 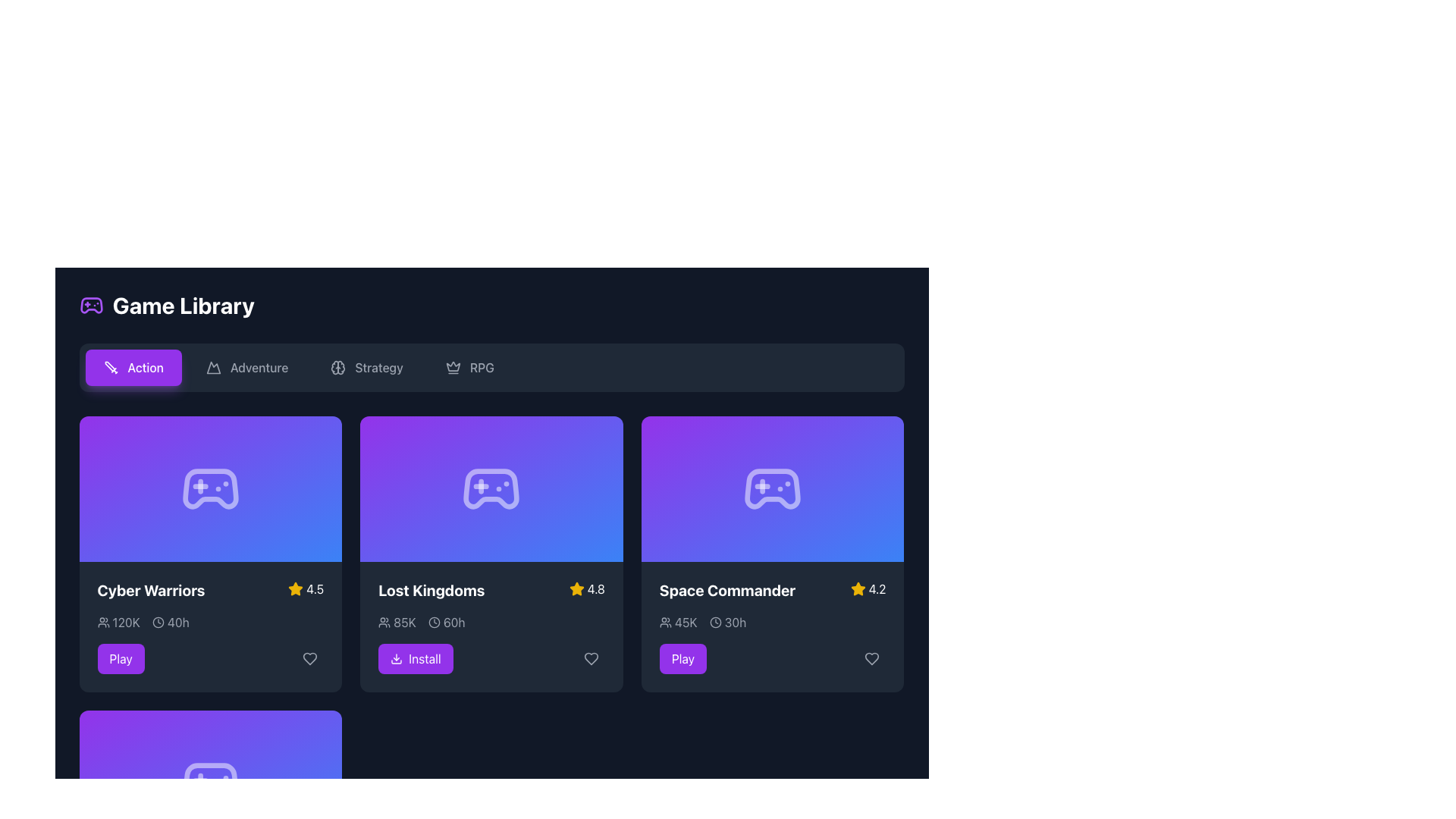 What do you see at coordinates (397, 623) in the screenshot?
I see `text '85K' displayed in gray color, which is accompanied by an icon of a group of people, located beneath the title 'Lost Kingdoms' and to the left of the '60h' text` at bounding box center [397, 623].